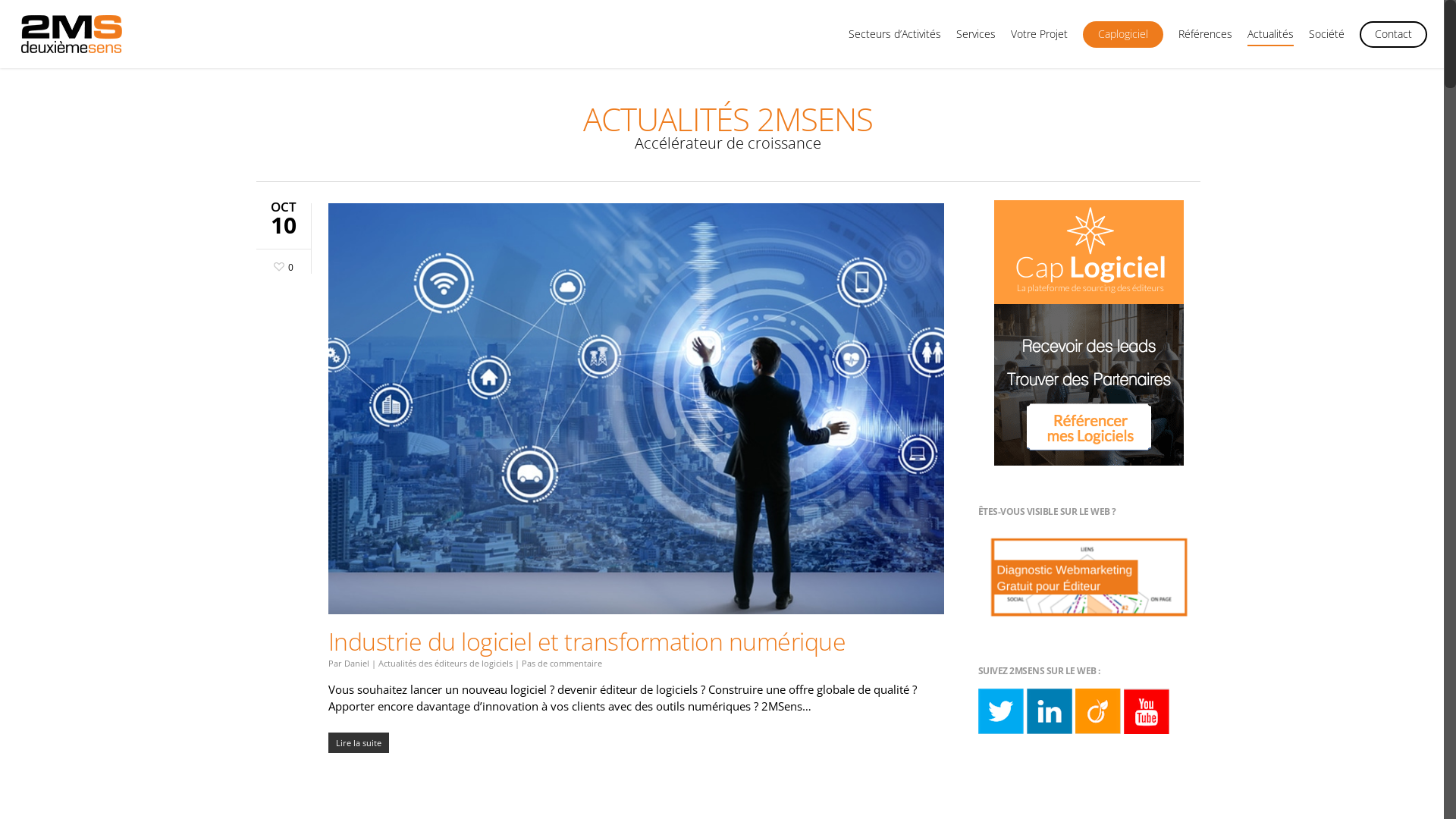 This screenshot has height=819, width=1456. What do you see at coordinates (975, 40) in the screenshot?
I see `'Services'` at bounding box center [975, 40].